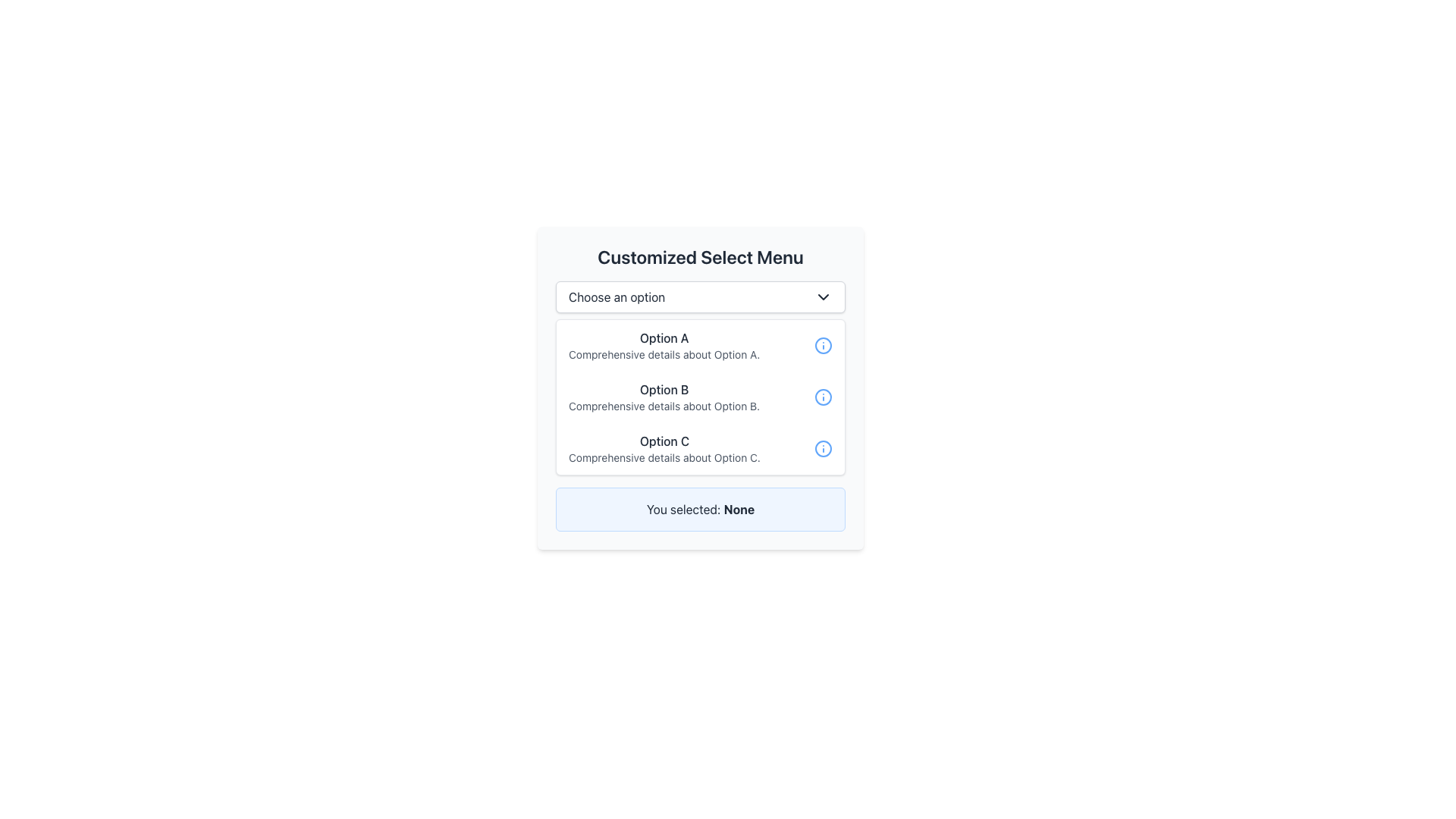 The image size is (1456, 819). I want to click on the first list item titled 'Option A' in the dropdown menu titled 'Choose an option', so click(664, 345).